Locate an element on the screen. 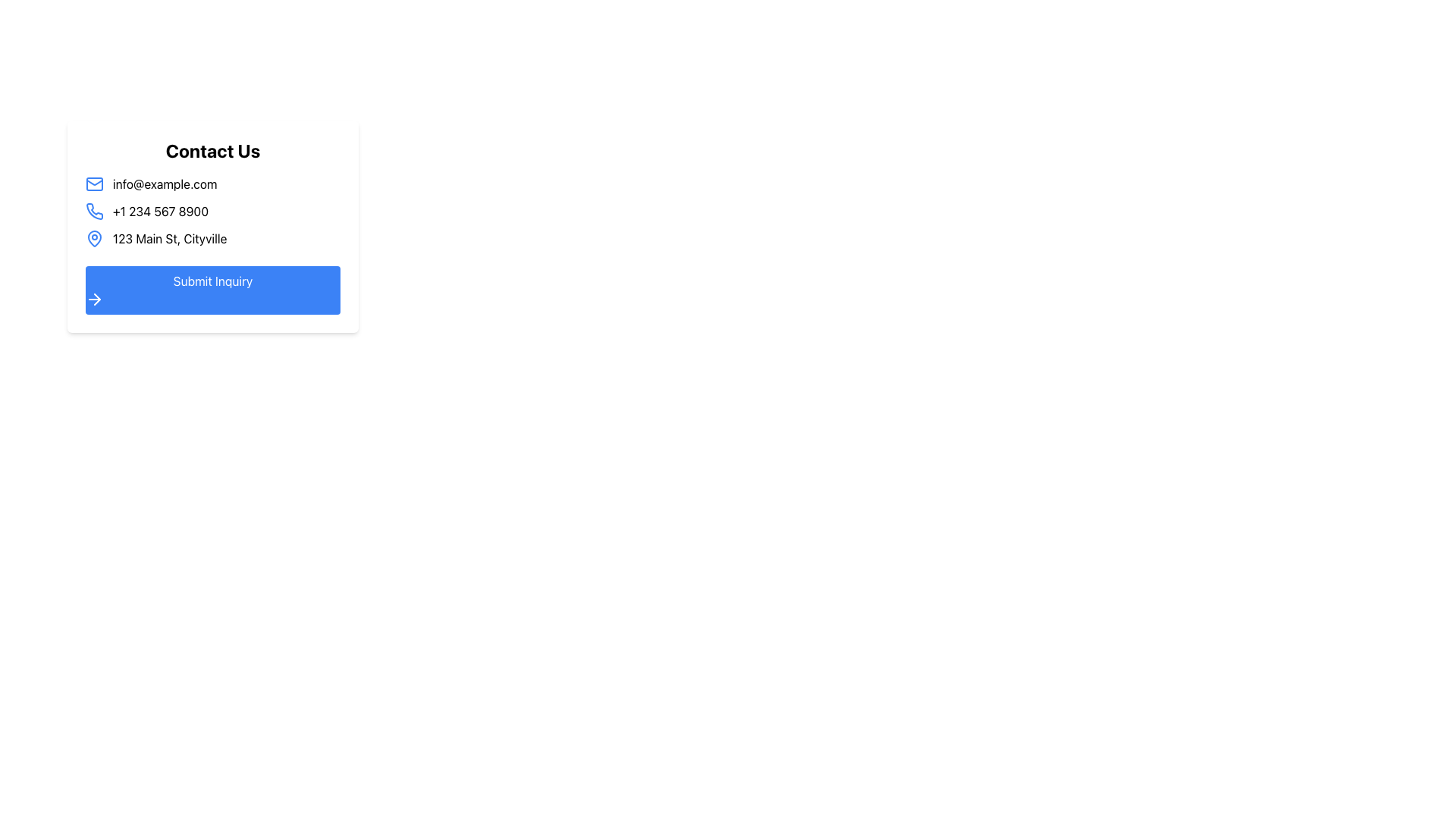 The image size is (1456, 819). the lower part of the envelope in the mail icon located in the 'Contact Us' section of the UI, which symbolizes email communication is located at coordinates (93, 180).